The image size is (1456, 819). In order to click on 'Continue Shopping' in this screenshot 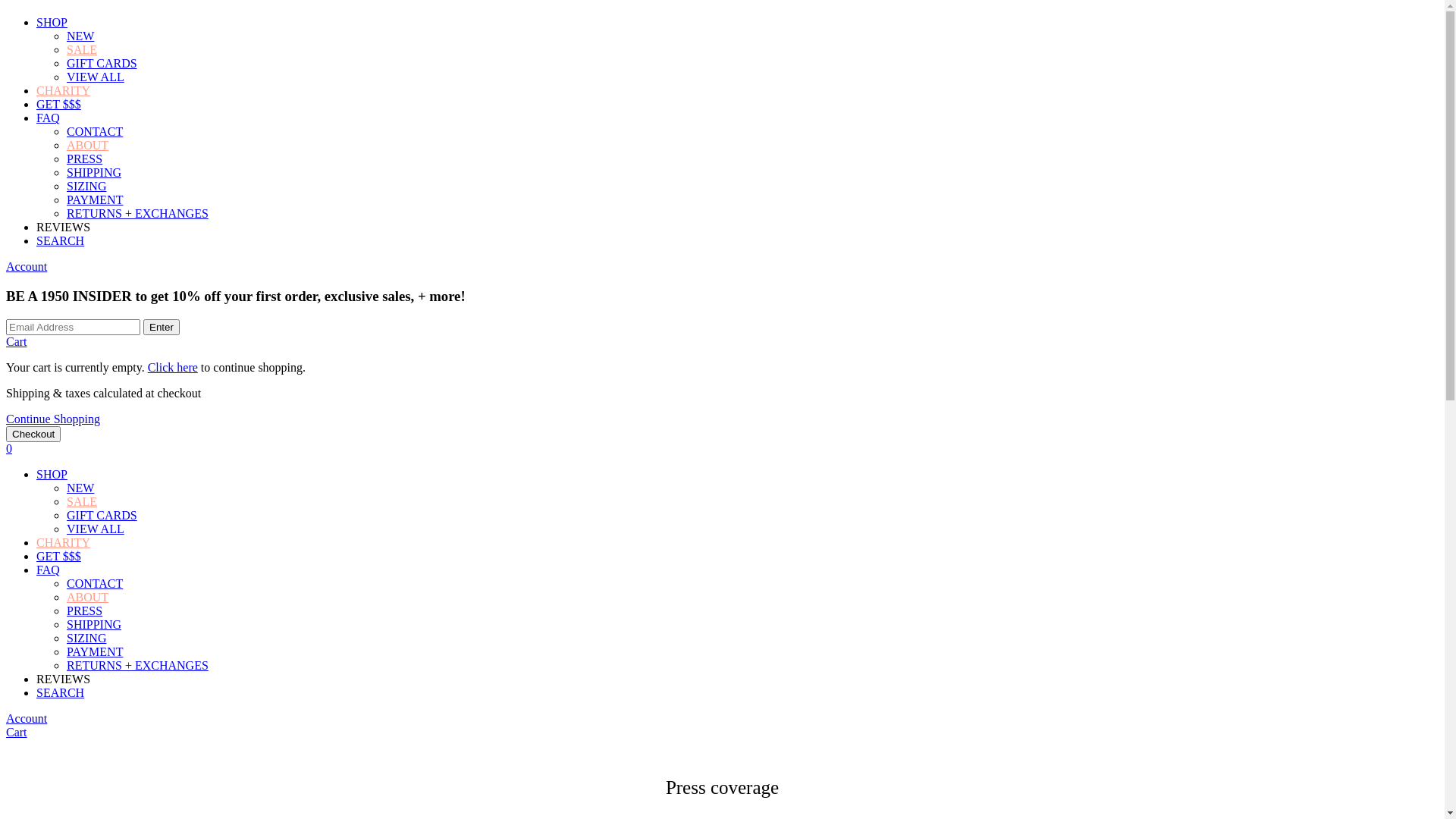, I will do `click(6, 419)`.